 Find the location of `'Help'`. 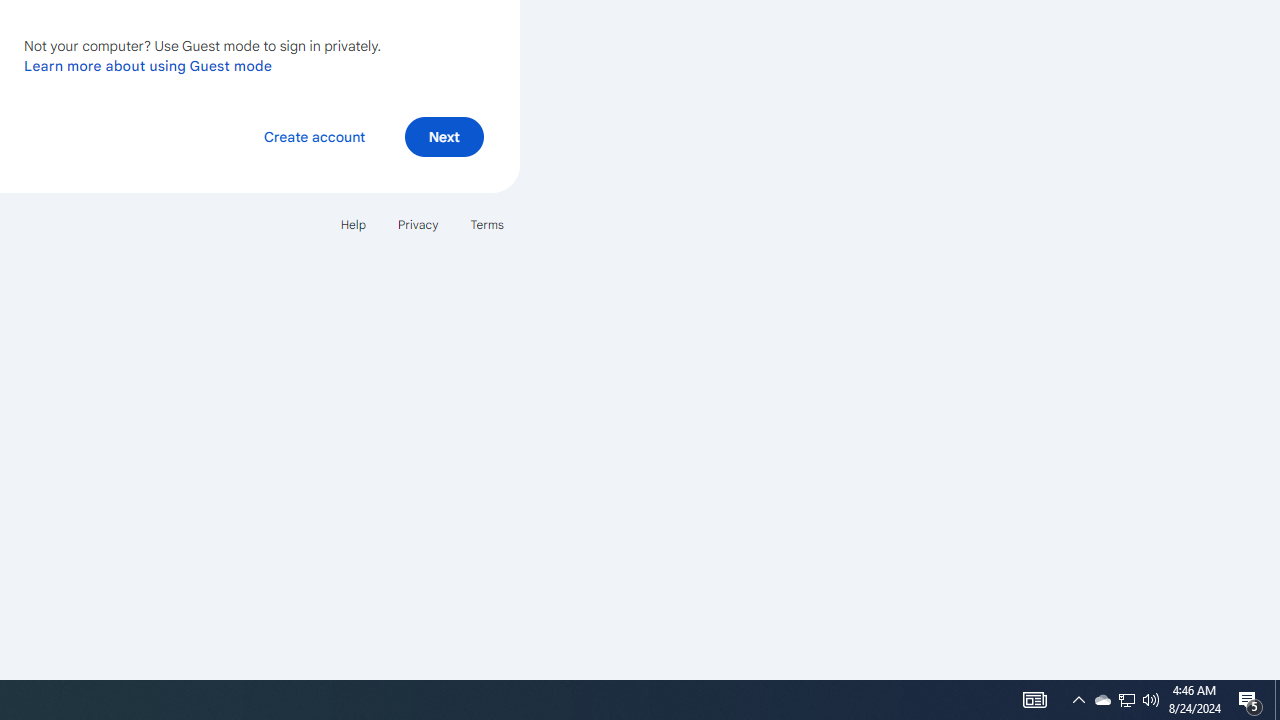

'Help' is located at coordinates (352, 224).